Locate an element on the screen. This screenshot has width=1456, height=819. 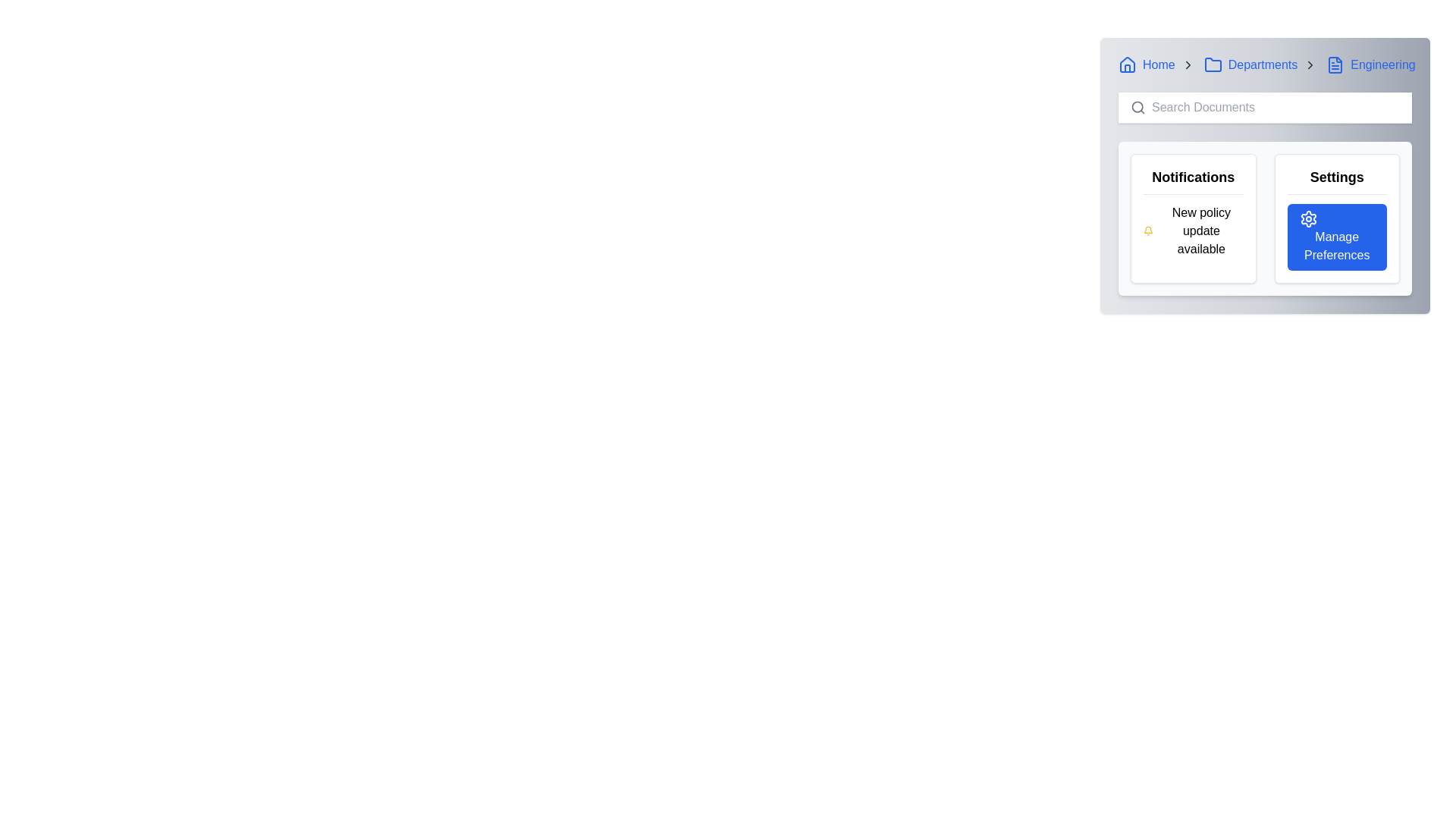
the non-interactive text block combined with an icon that informs the user about a new policy update, located in the notifications card is located at coordinates (1192, 231).